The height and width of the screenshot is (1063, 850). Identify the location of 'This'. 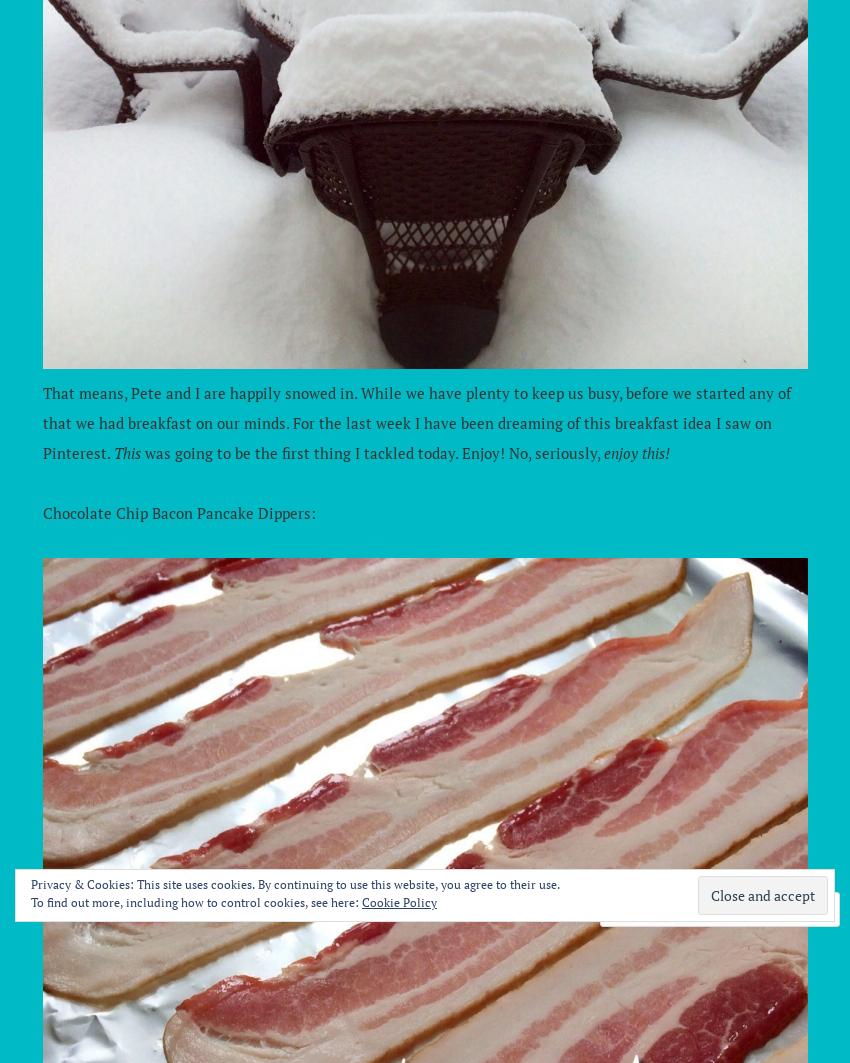
(125, 453).